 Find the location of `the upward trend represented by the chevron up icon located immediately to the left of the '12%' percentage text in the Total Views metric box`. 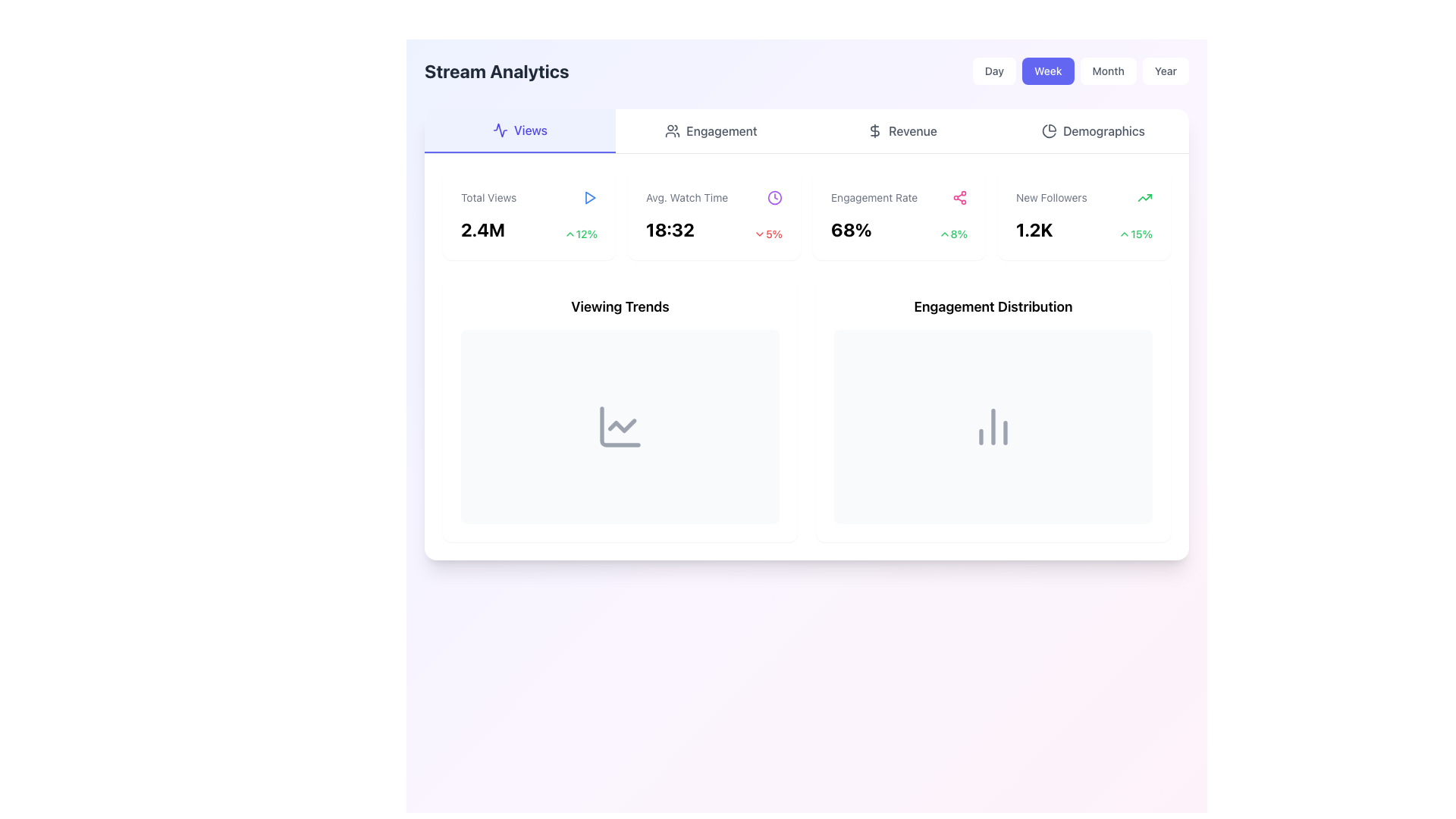

the upward trend represented by the chevron up icon located immediately to the left of the '12%' percentage text in the Total Views metric box is located at coordinates (569, 234).